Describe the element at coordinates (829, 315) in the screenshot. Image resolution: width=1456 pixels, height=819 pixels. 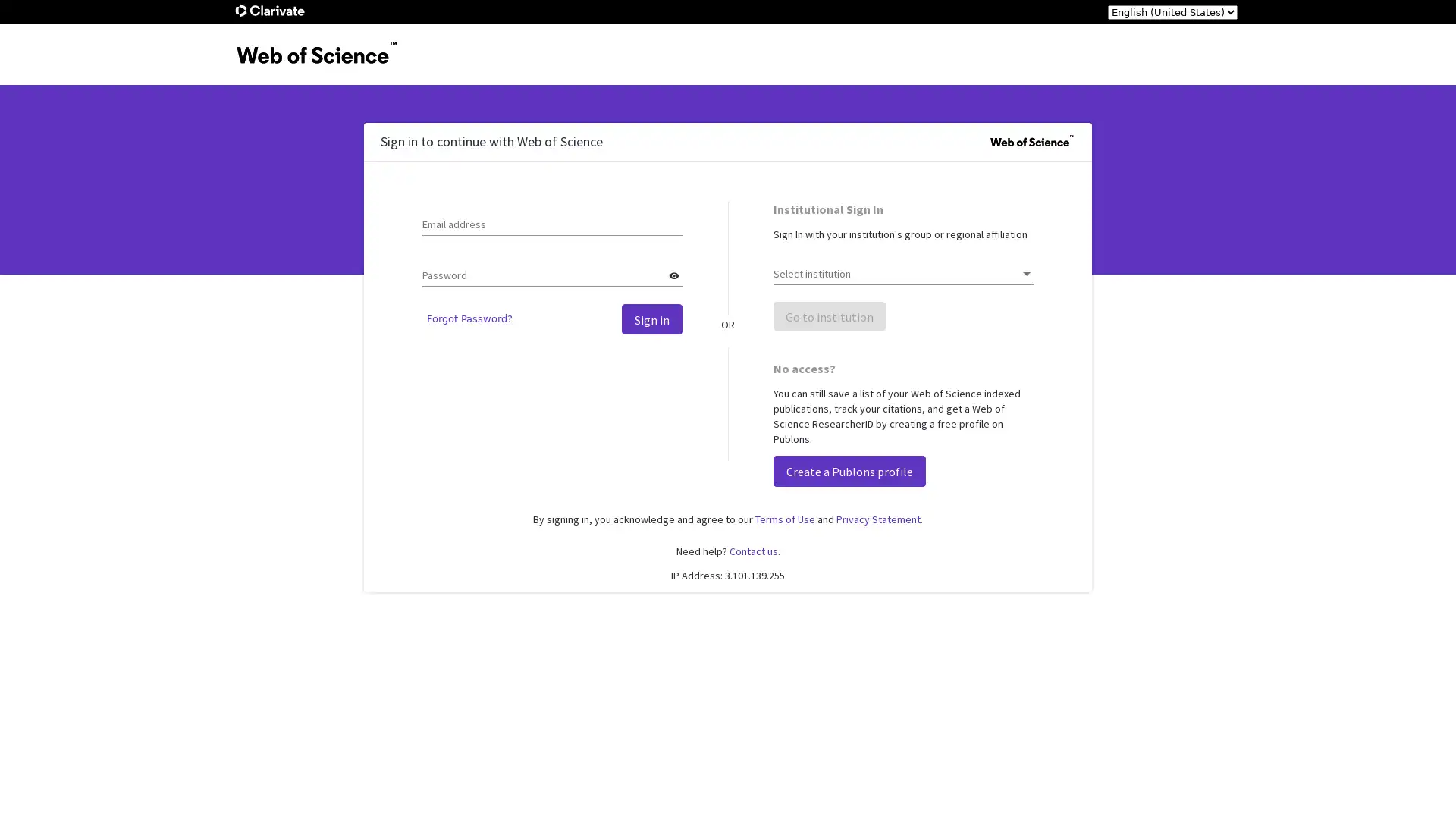
I see `Go to institution` at that location.